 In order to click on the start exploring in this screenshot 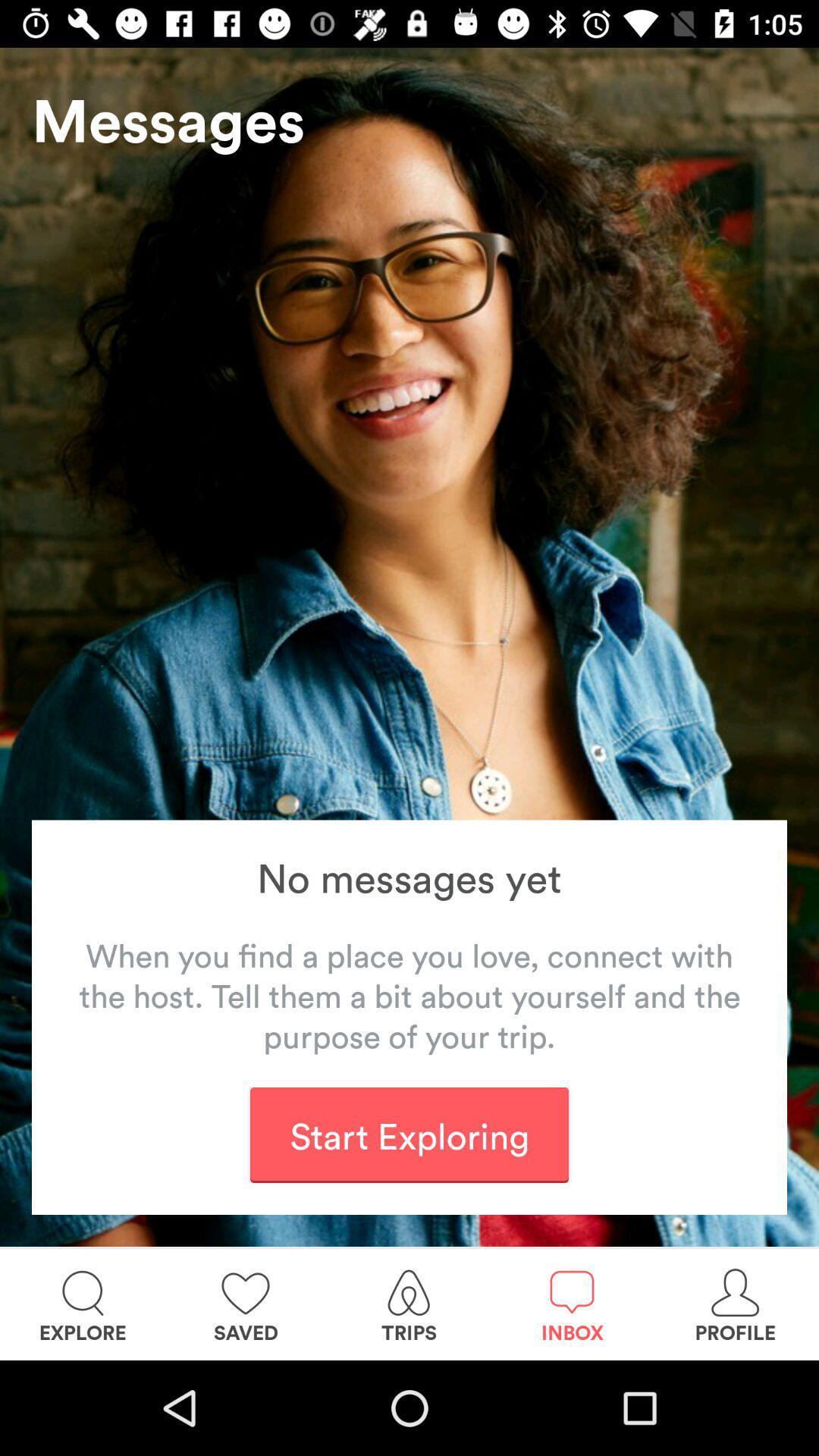, I will do `click(409, 1135)`.